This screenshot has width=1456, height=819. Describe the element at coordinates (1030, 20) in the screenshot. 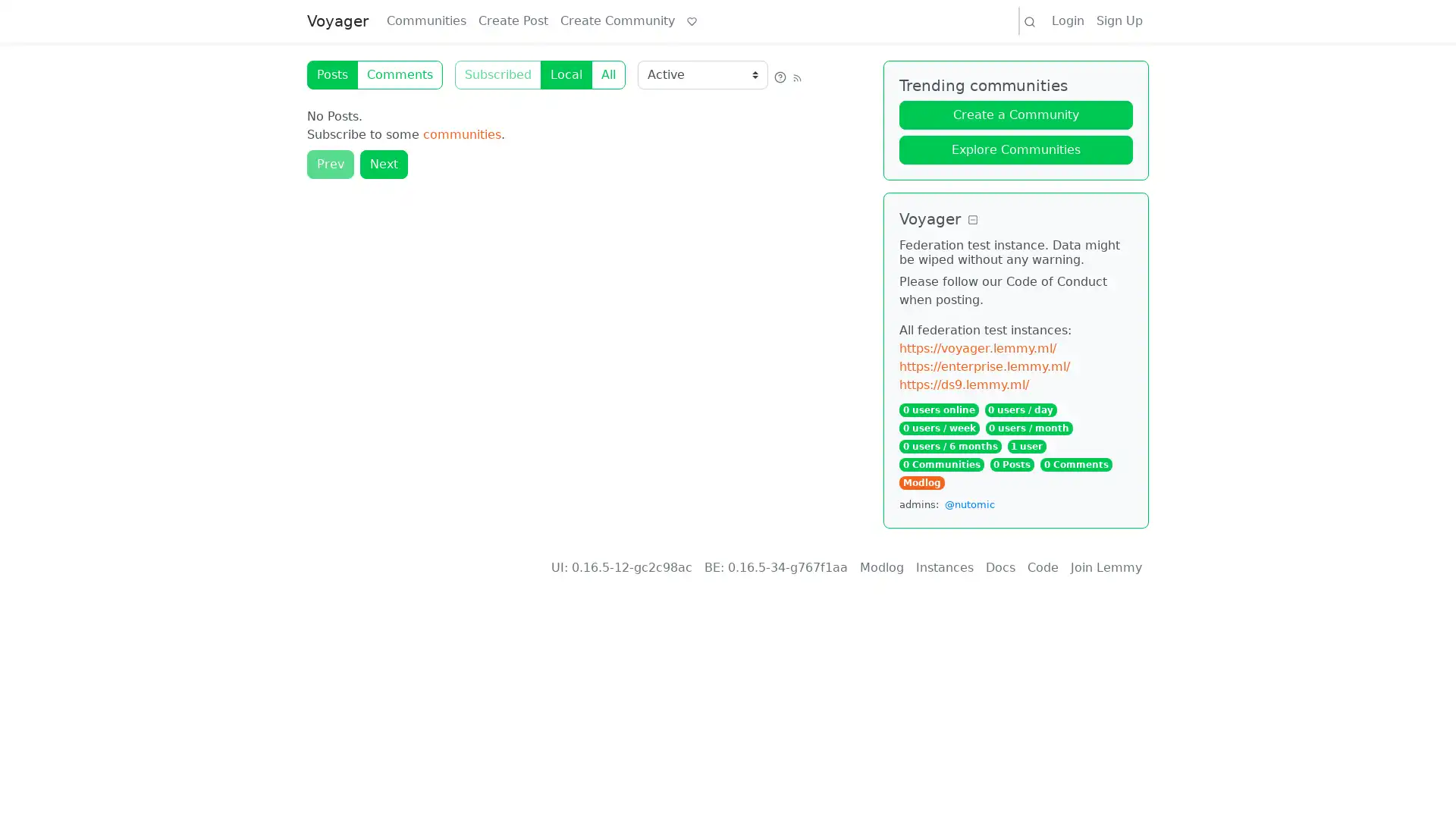

I see `Search` at that location.